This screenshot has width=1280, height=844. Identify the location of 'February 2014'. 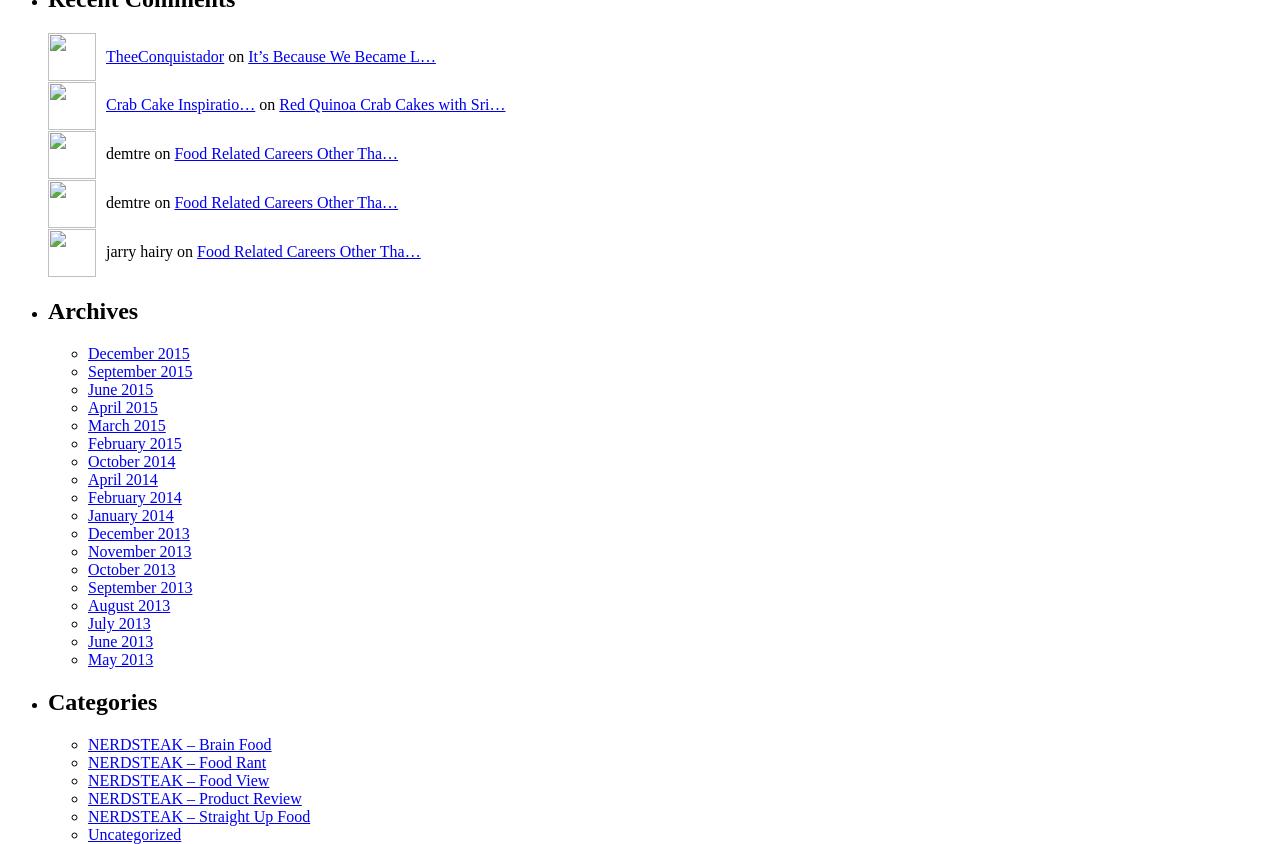
(133, 495).